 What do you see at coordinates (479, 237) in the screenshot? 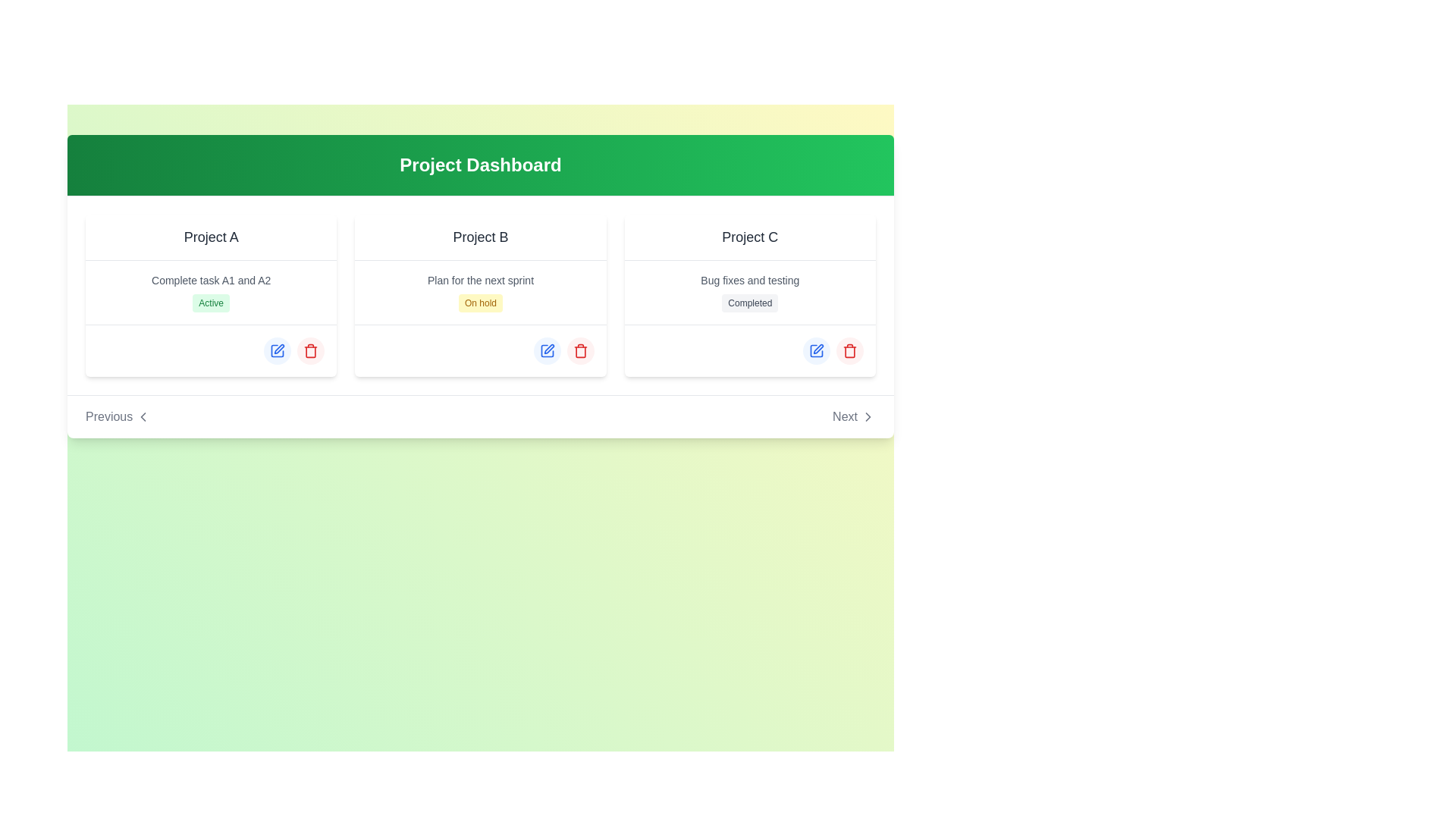
I see `the 'Project B' text label, which is styled in a large, bold font and located within the second card from the left, just below the 'Project Dashboard' header` at bounding box center [479, 237].